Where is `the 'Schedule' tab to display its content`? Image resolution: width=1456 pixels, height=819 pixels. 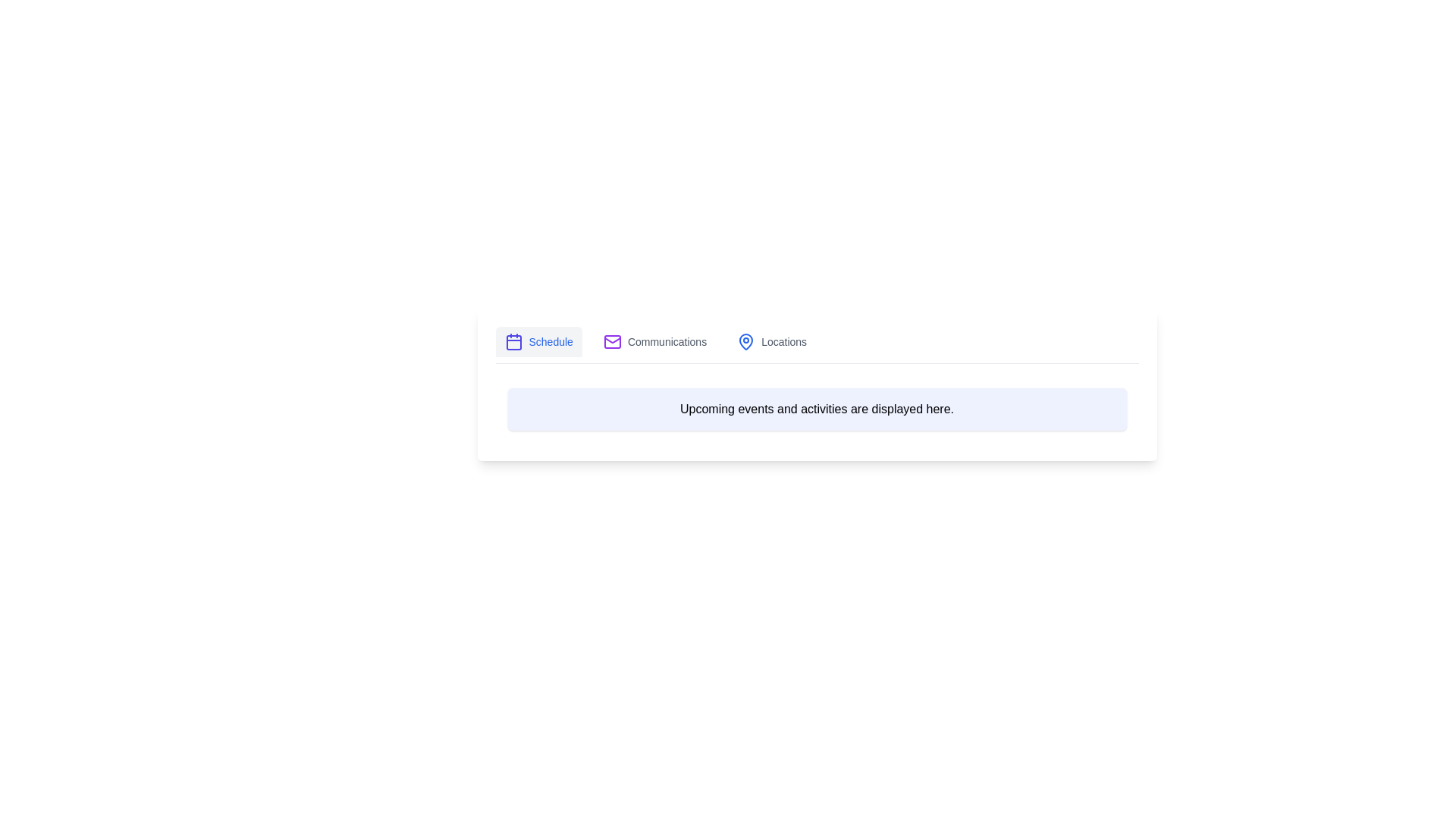
the 'Schedule' tab to display its content is located at coordinates (538, 342).